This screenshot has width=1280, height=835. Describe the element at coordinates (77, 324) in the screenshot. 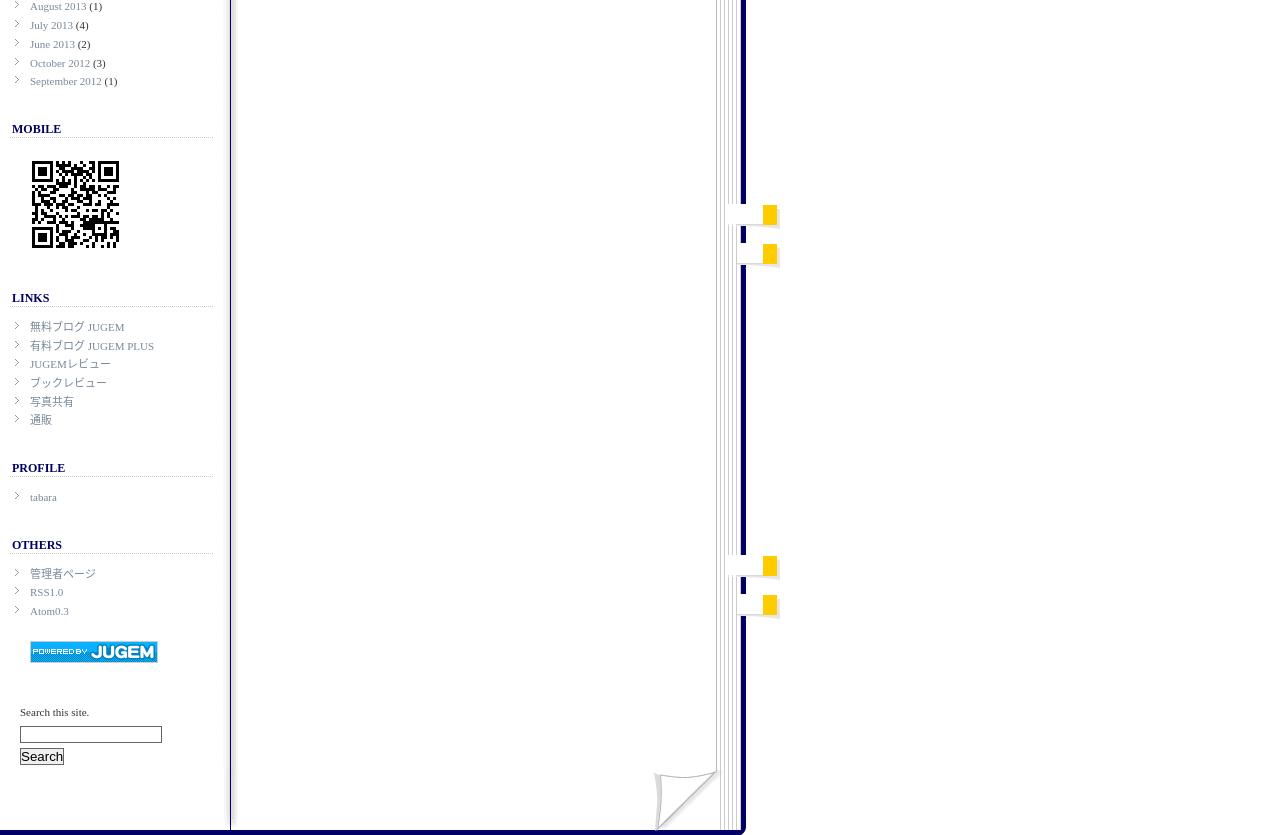

I see `'無料ブログ JUGEM'` at that location.